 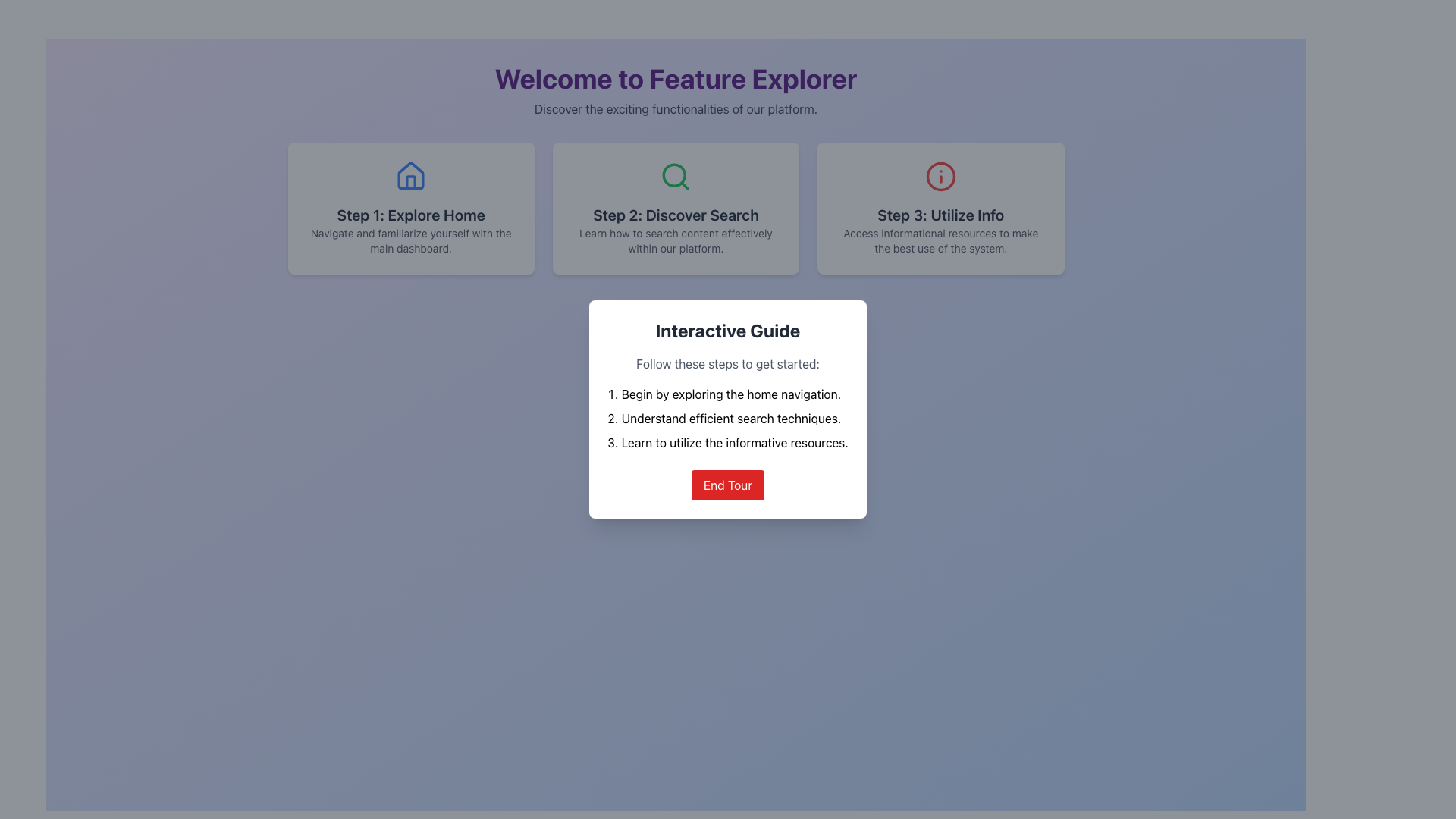 What do you see at coordinates (675, 208) in the screenshot?
I see `the Informational card that introduces users to search functionalities within the platform` at bounding box center [675, 208].